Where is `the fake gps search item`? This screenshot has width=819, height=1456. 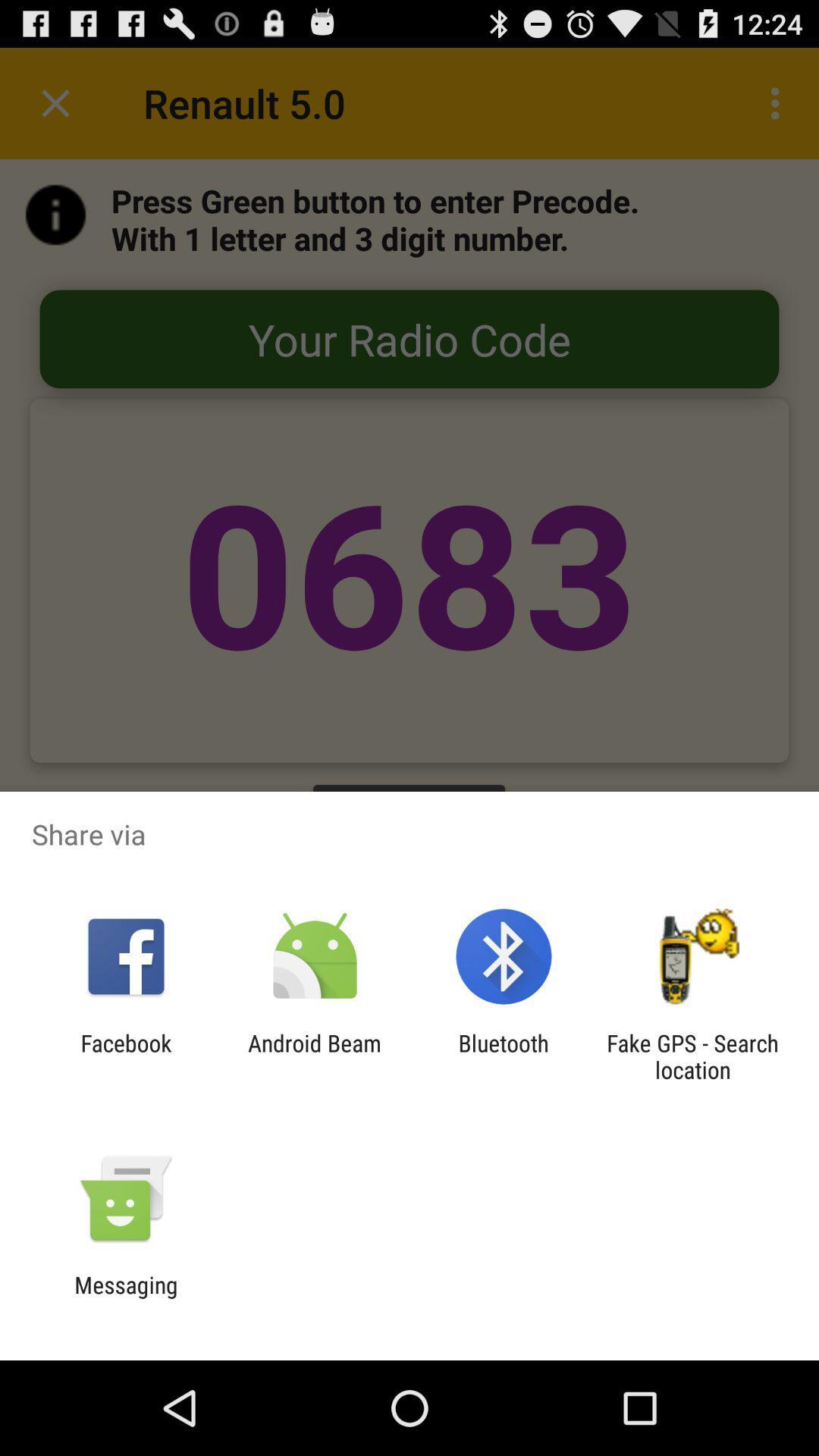 the fake gps search item is located at coordinates (692, 1056).